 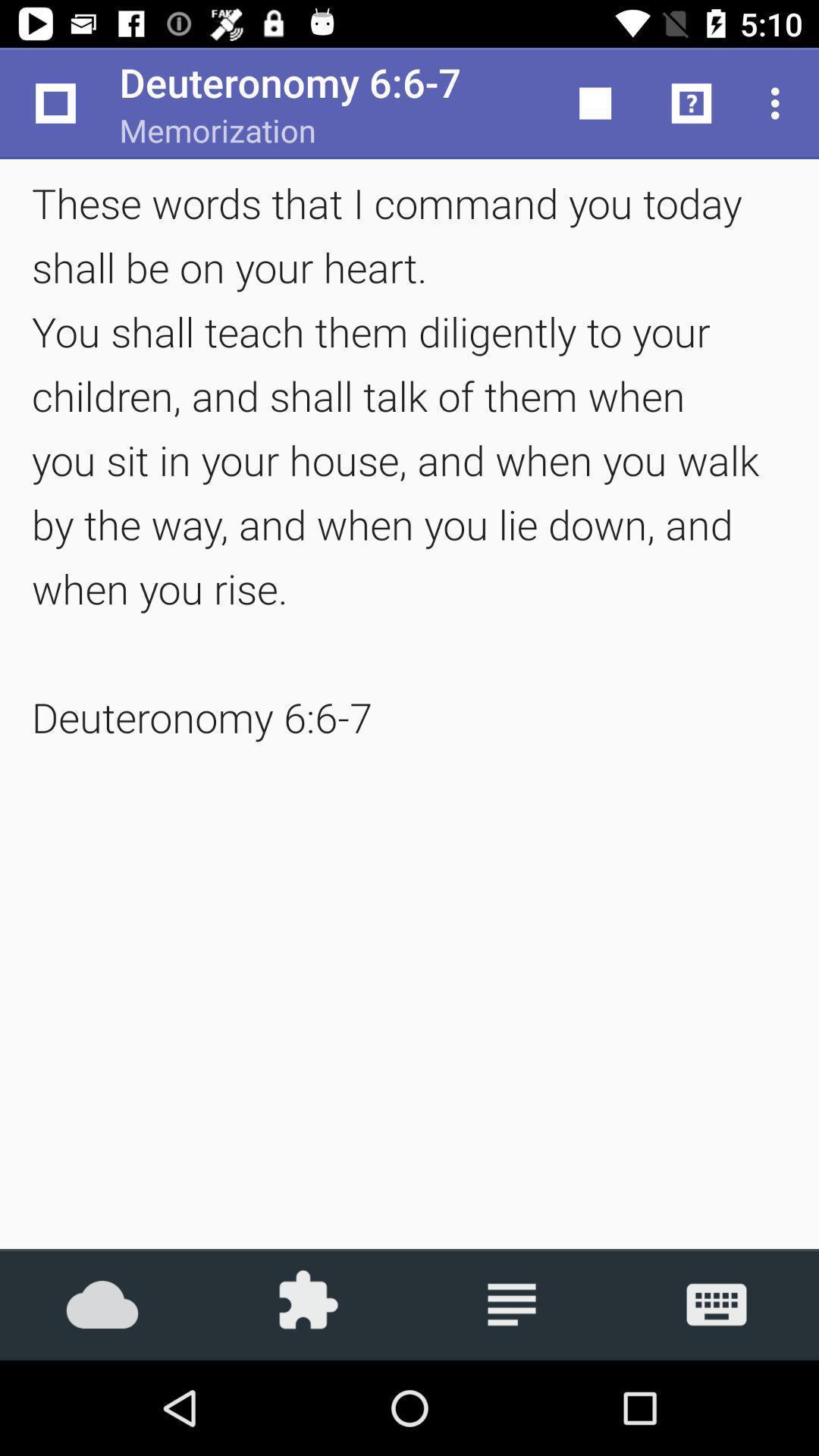 What do you see at coordinates (307, 1304) in the screenshot?
I see `item below the these words that` at bounding box center [307, 1304].